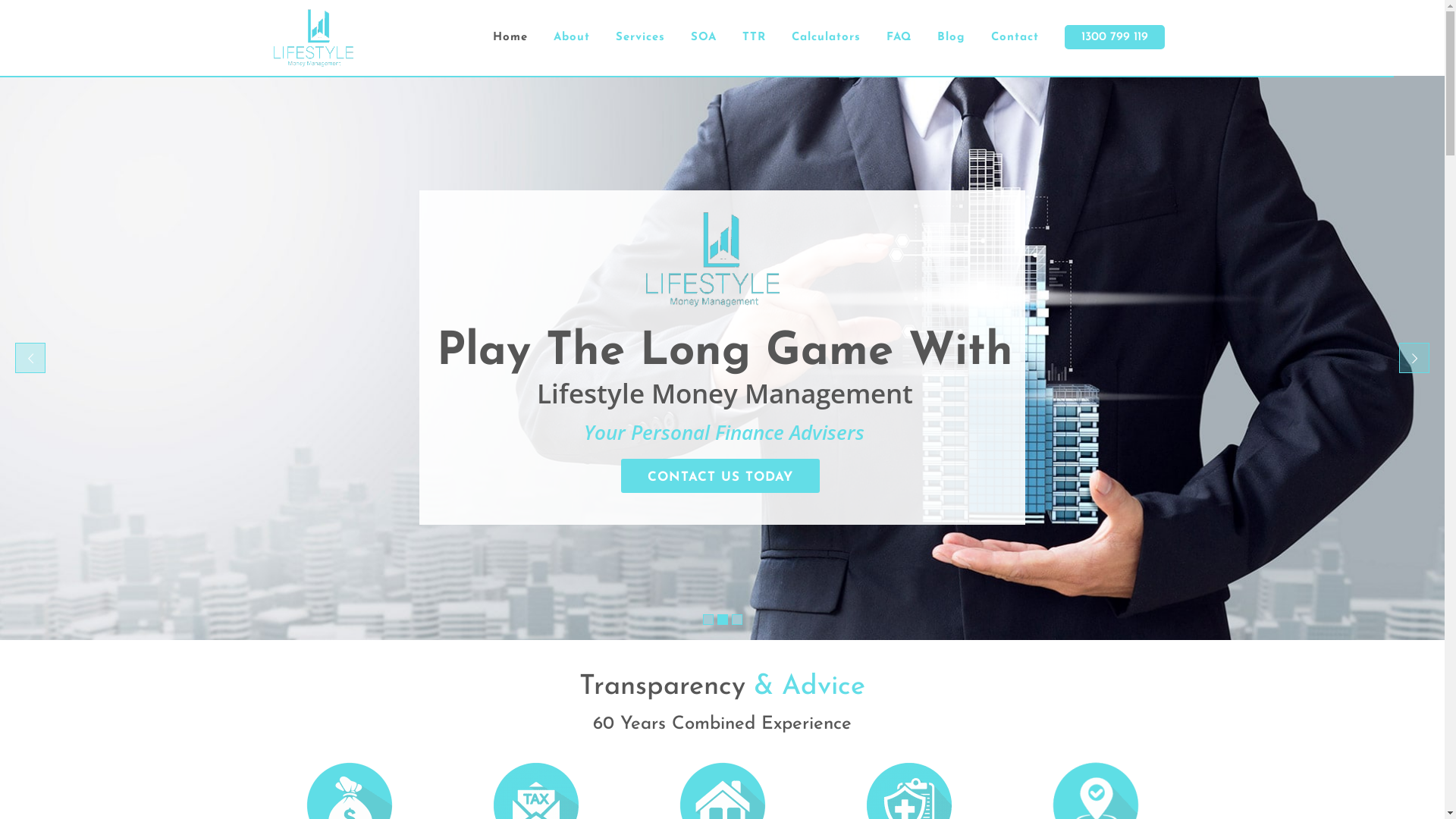 This screenshot has width=1456, height=819. What do you see at coordinates (570, 37) in the screenshot?
I see `'About'` at bounding box center [570, 37].